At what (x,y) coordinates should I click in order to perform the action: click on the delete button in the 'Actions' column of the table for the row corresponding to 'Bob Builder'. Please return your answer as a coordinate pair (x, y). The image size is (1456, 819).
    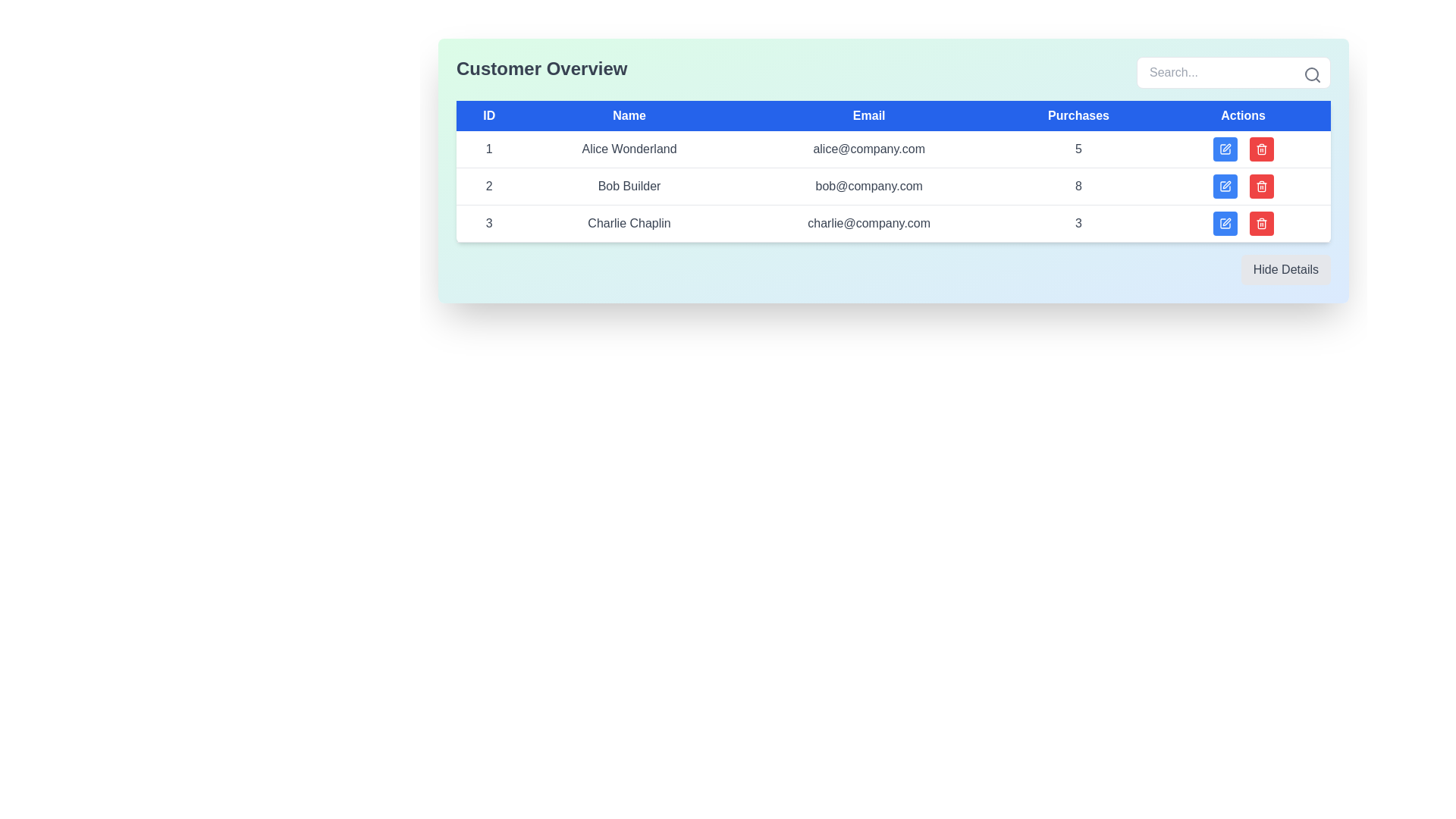
    Looking at the image, I should click on (1261, 223).